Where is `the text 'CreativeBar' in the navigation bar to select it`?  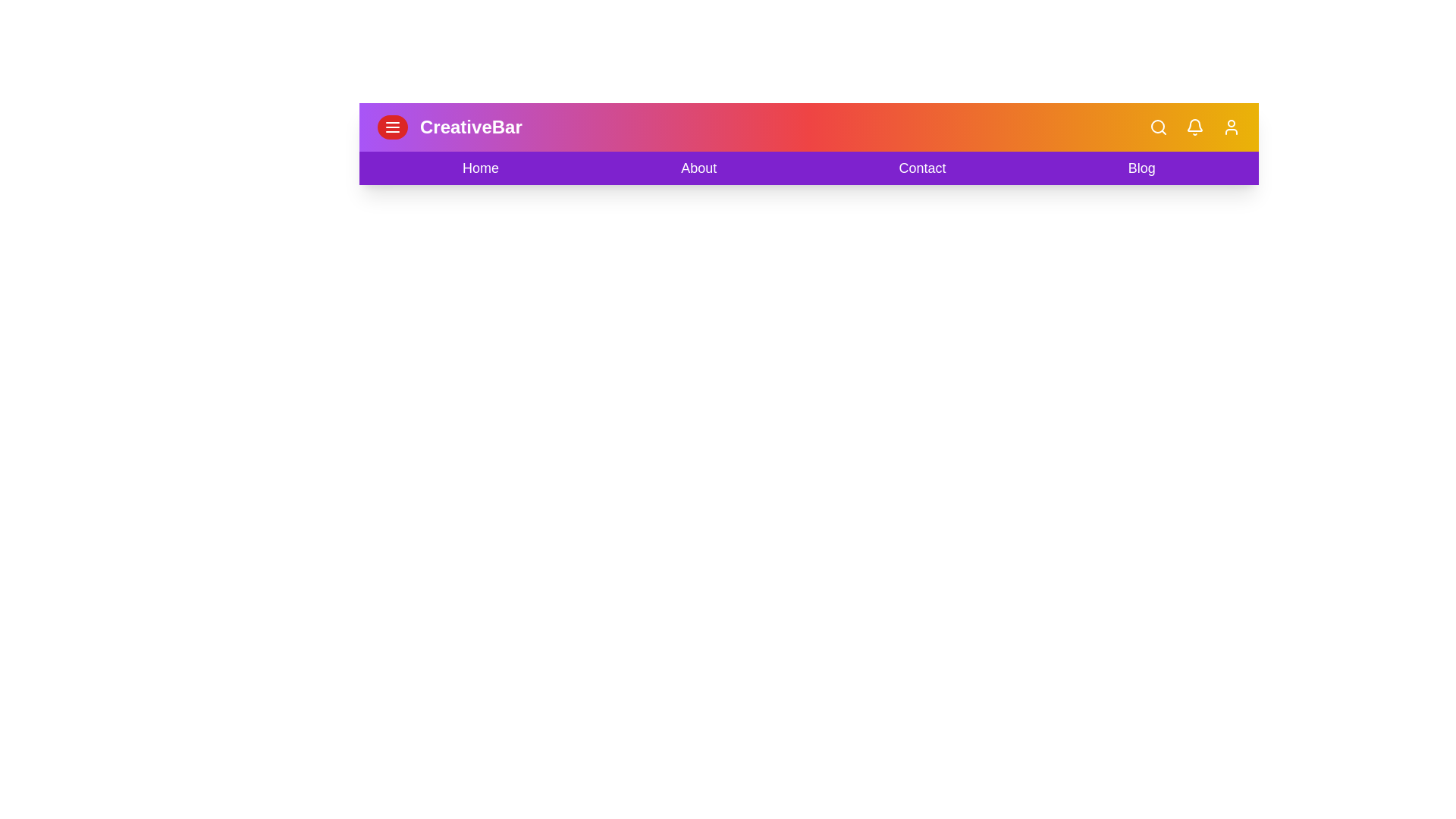 the text 'CreativeBar' in the navigation bar to select it is located at coordinates (469, 127).